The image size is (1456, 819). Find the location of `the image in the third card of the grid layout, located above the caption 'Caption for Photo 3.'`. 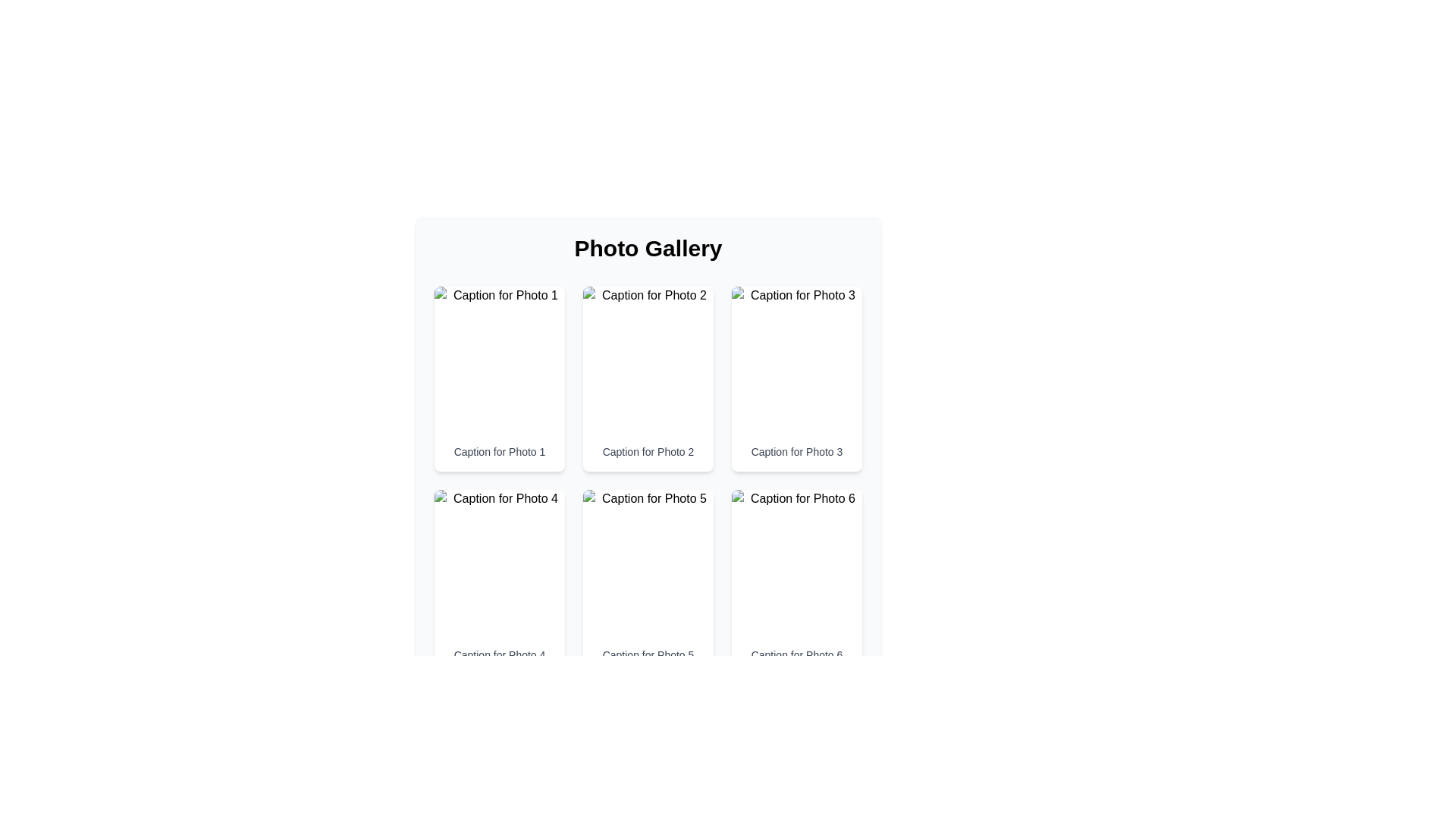

the image in the third card of the grid layout, located above the caption 'Caption for Photo 3.' is located at coordinates (796, 359).